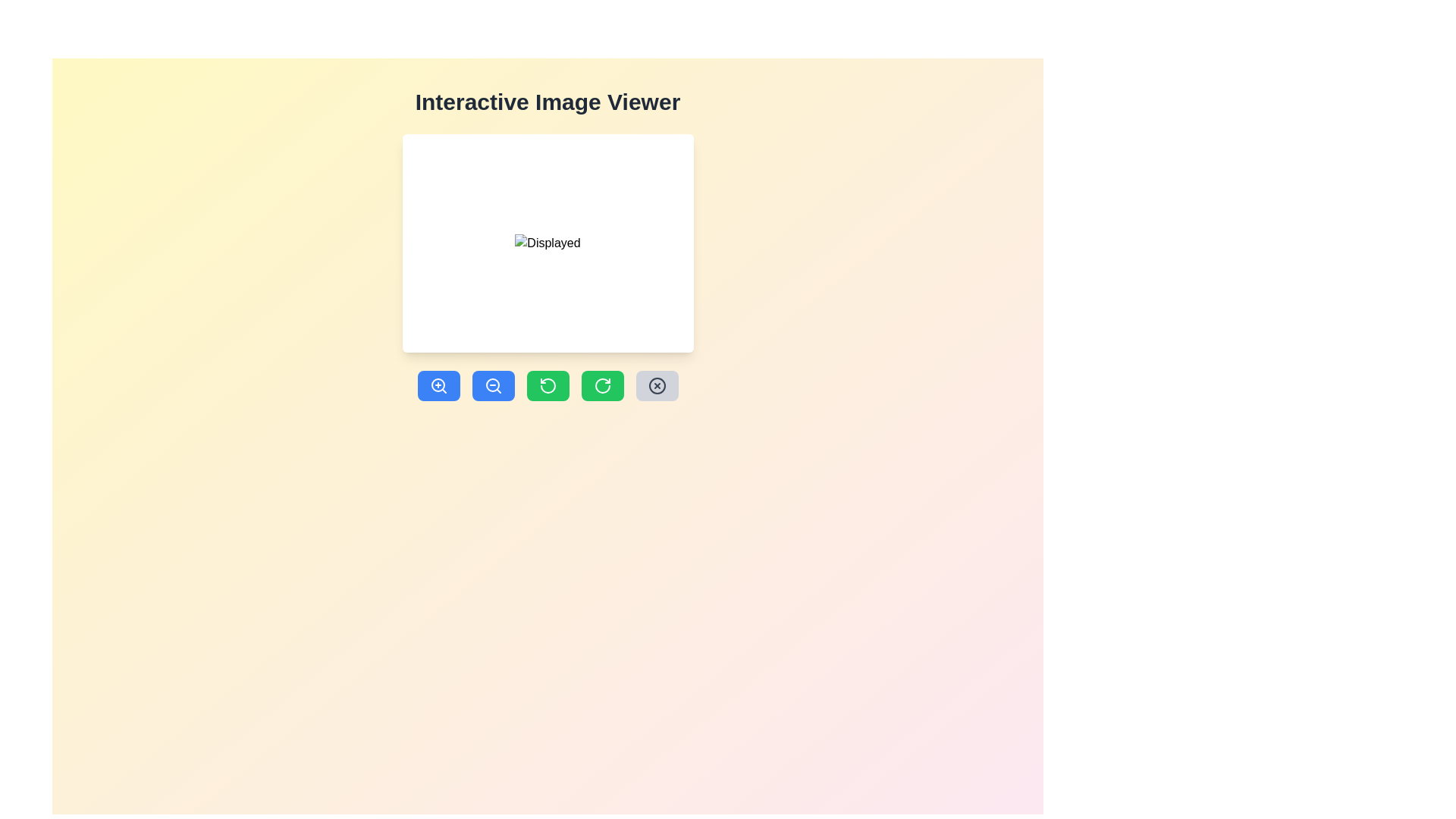  What do you see at coordinates (438, 385) in the screenshot?
I see `the leftmost zoom-in button, which is represented by a magnifying glass icon with a '+' symbol inside a circular frame and has a blue background` at bounding box center [438, 385].